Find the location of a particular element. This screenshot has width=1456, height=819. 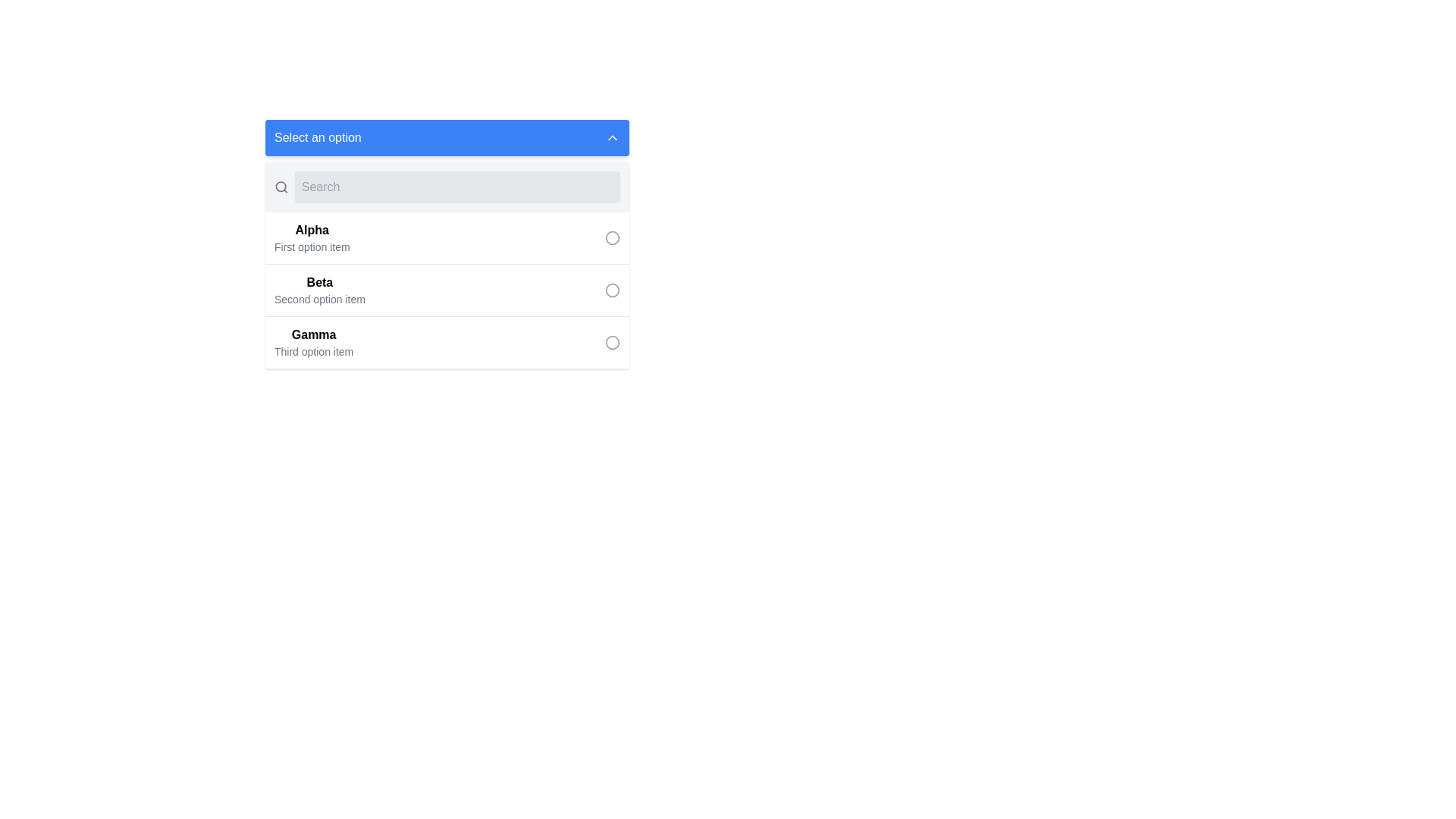

the SVG Circle Indicator located in the second row of the dropdown options, to the right of the label 'Beta' is located at coordinates (612, 290).